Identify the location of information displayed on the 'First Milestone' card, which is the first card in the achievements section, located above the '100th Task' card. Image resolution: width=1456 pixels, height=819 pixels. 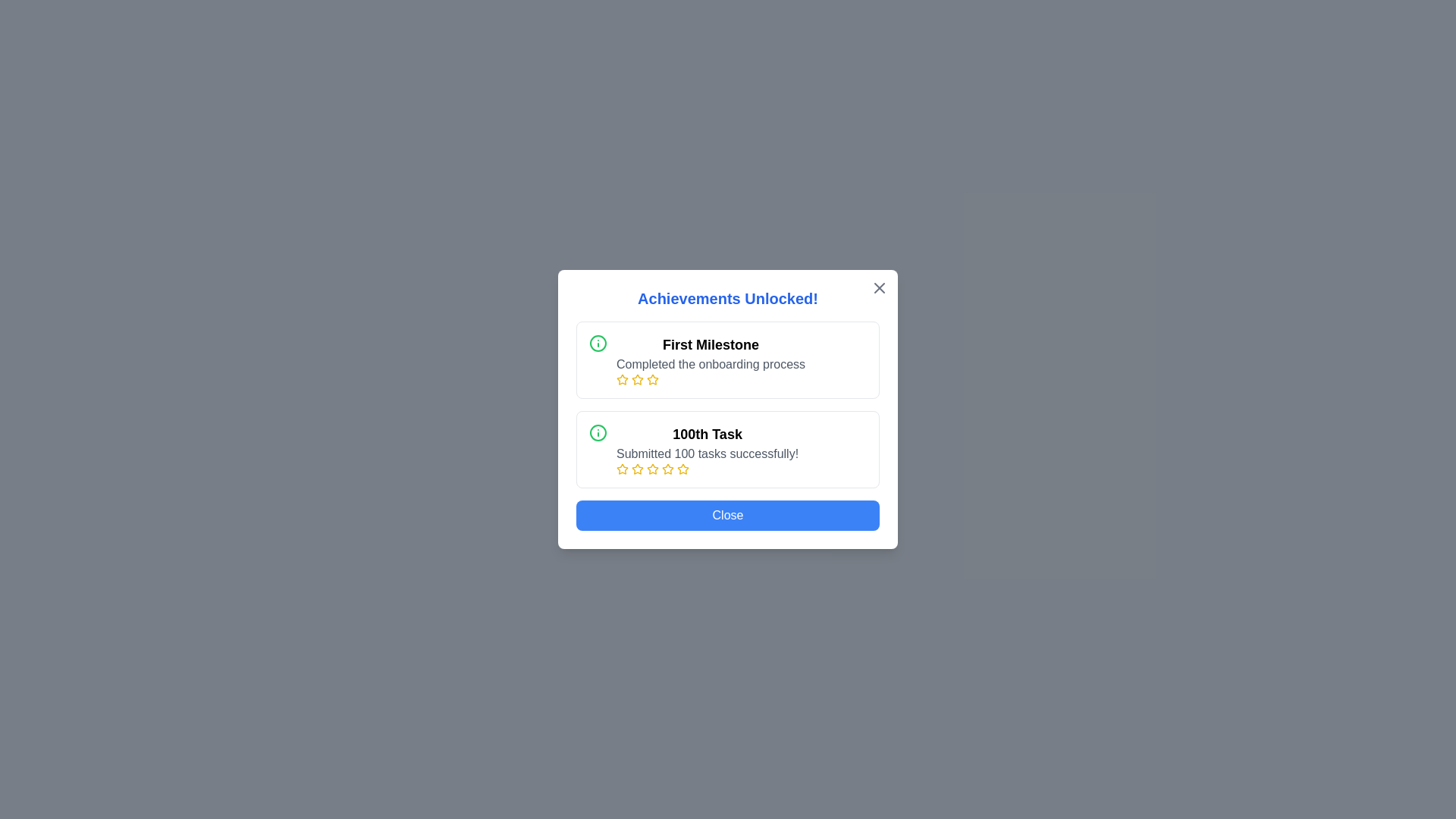
(728, 359).